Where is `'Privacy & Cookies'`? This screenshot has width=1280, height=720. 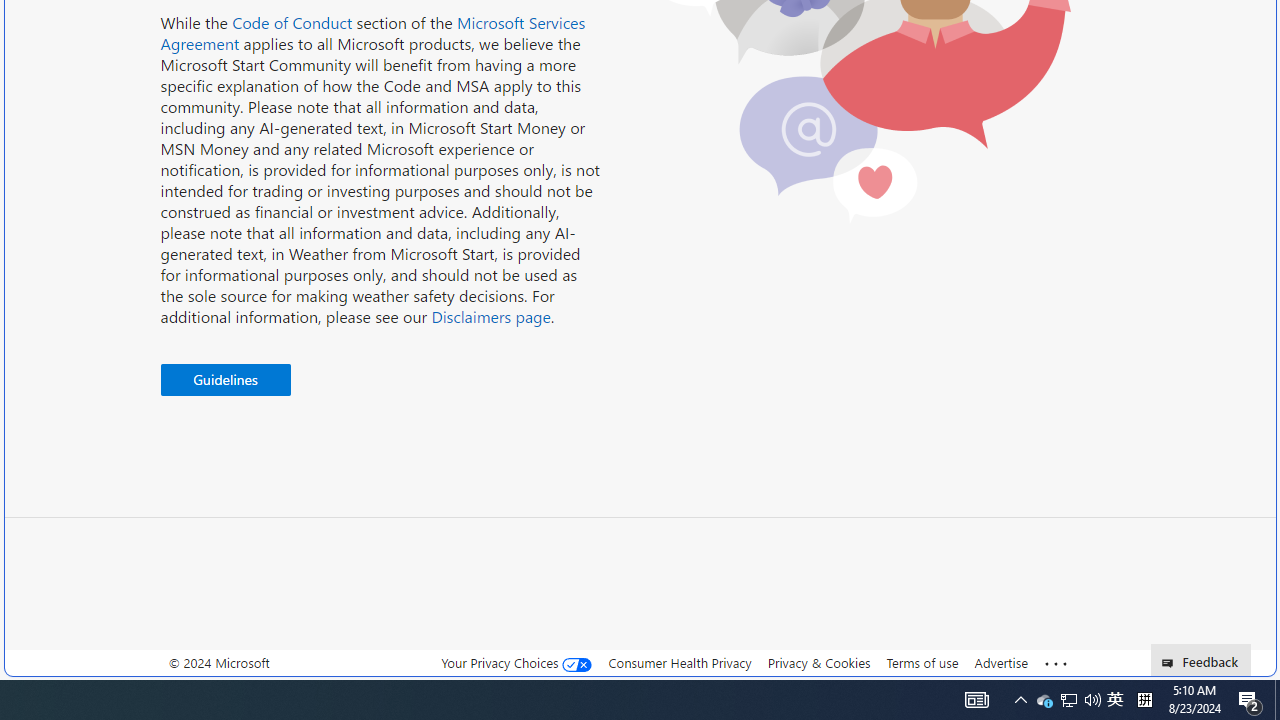
'Privacy & Cookies' is located at coordinates (818, 663).